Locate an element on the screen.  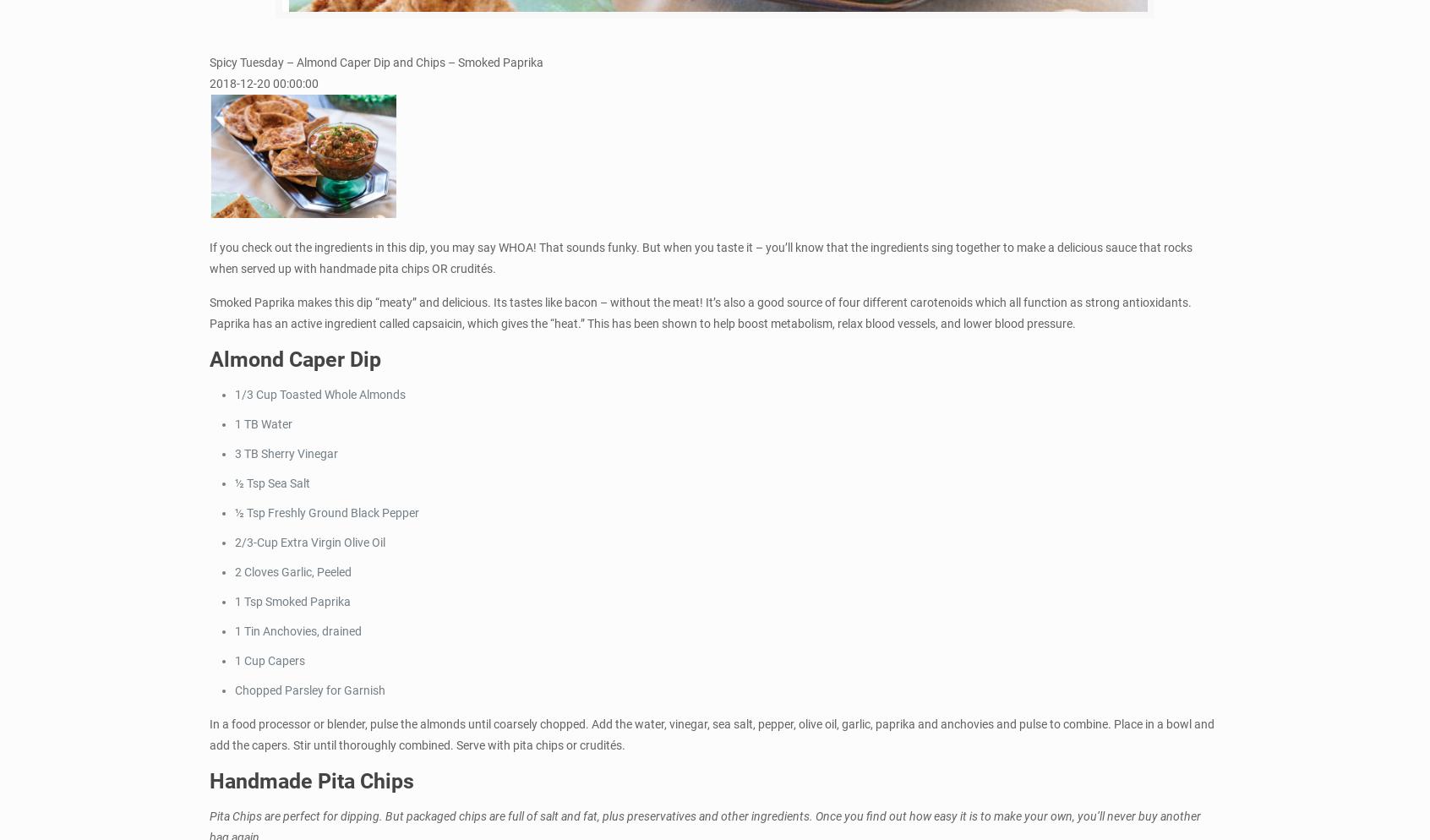
'If you check out the ingredients in this dip, you may say WHOA! That sounds funky. But when you taste it – you’ll know that the ingredients sing together to make a delicious sauce that rocks when served up with handmade pita chips OR crudités.' is located at coordinates (701, 257).